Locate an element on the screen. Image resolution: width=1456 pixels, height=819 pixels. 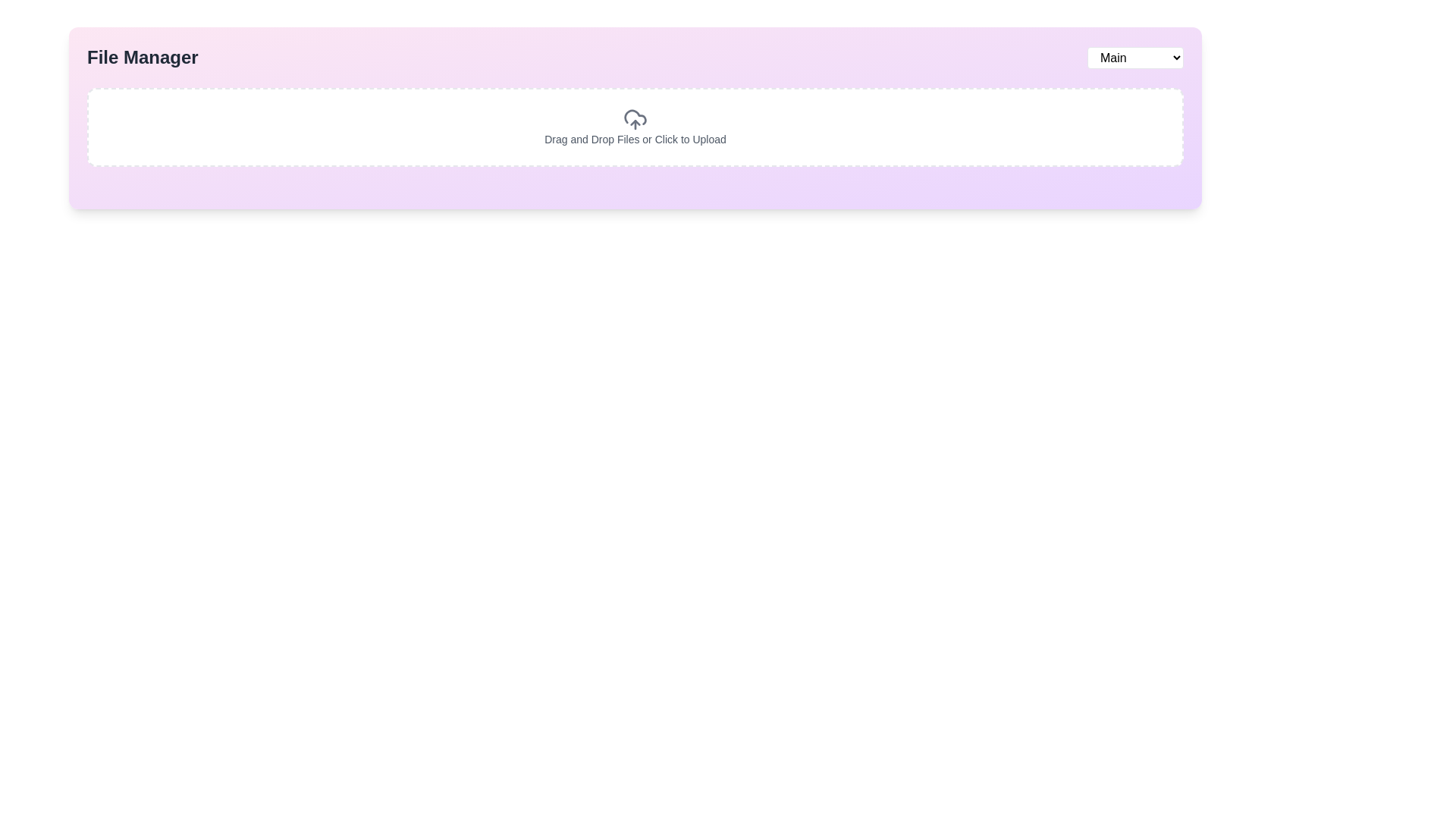
the dropdown menu labeled 'Main' within the 'File Manager' header for keyboard navigation is located at coordinates (1135, 57).